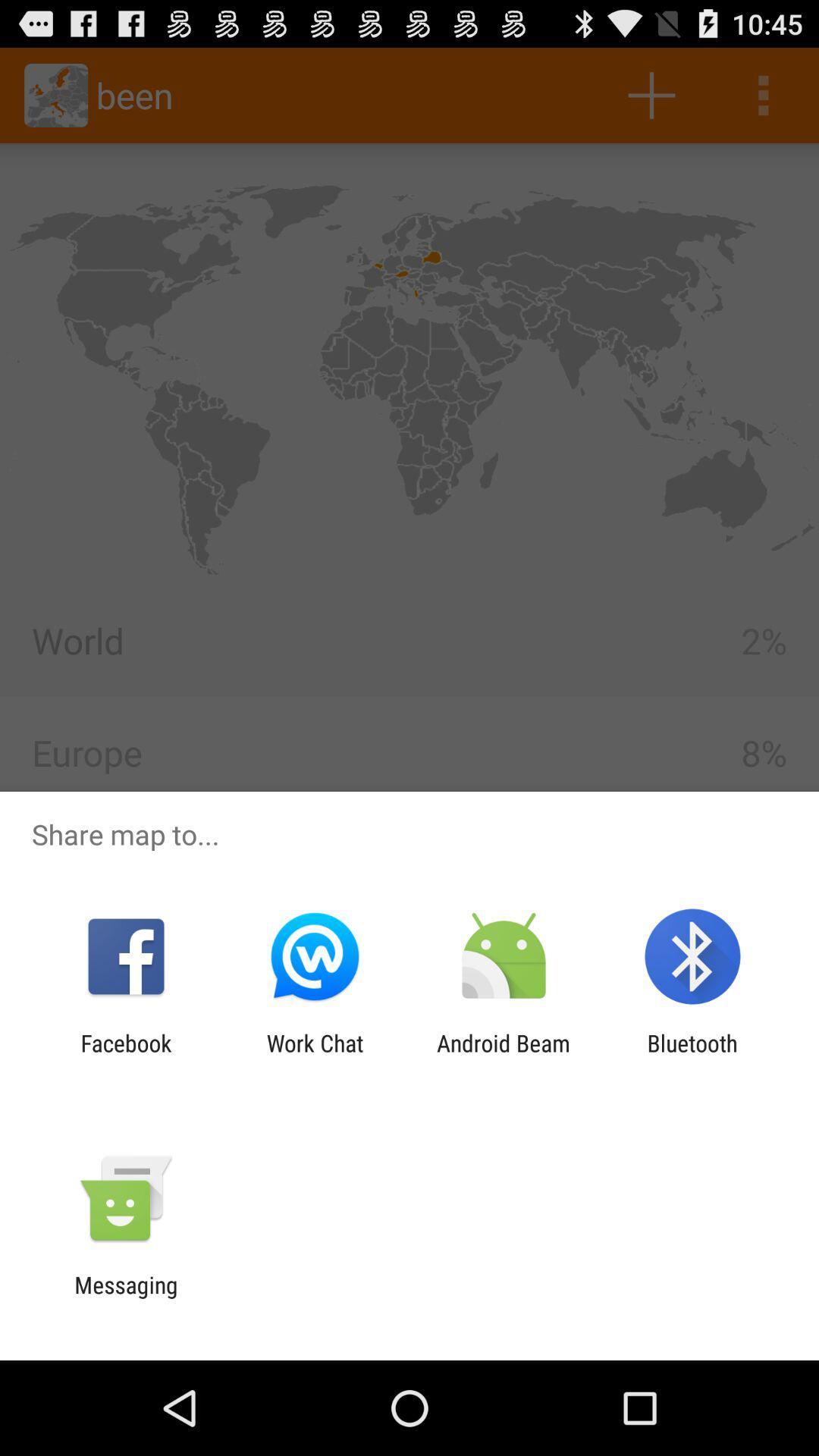  I want to click on app next to android beam item, so click(314, 1056).